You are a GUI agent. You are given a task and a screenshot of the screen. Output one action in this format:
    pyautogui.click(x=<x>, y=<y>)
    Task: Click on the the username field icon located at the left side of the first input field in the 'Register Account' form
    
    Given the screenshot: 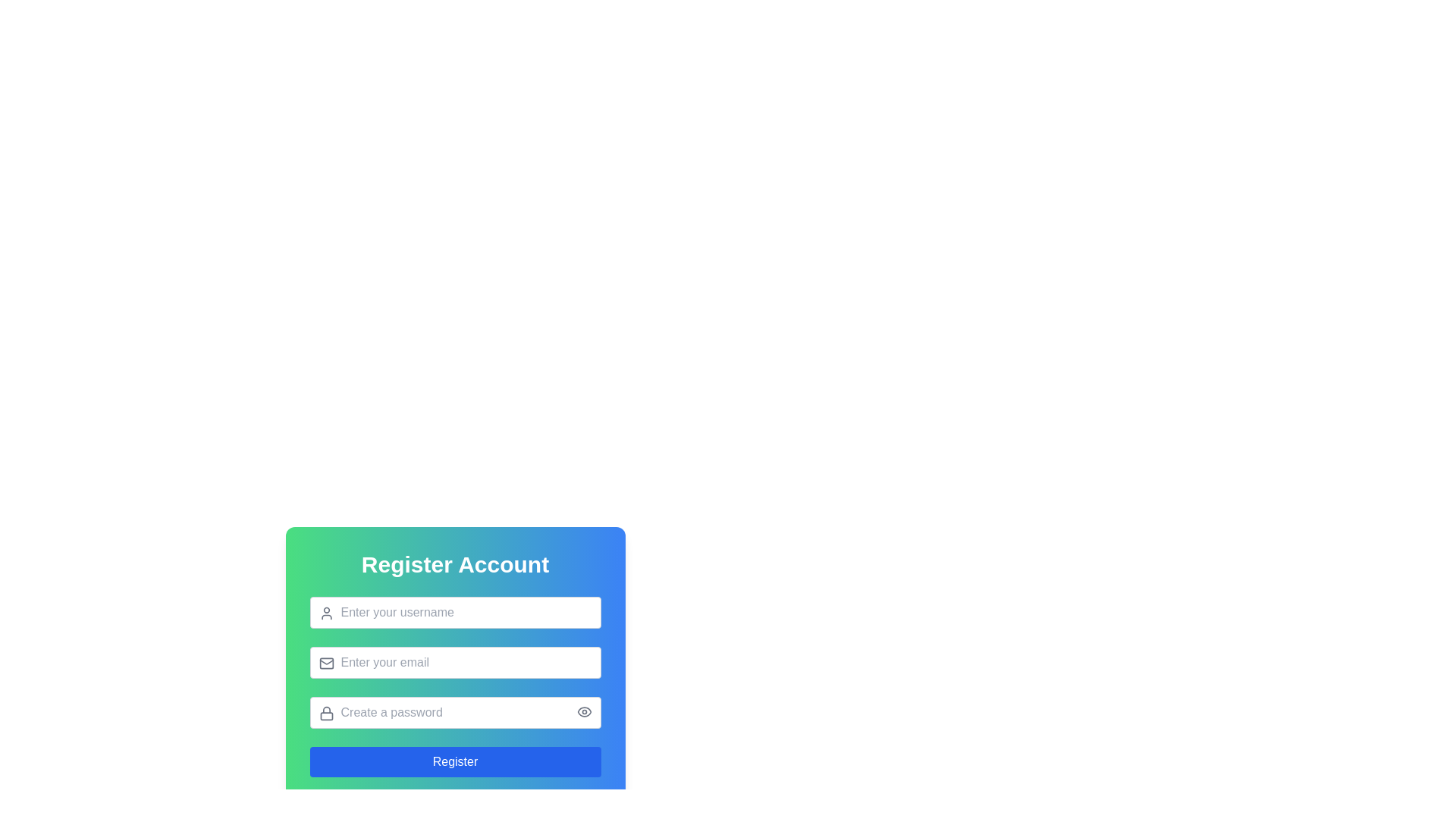 What is the action you would take?
    pyautogui.click(x=325, y=613)
    